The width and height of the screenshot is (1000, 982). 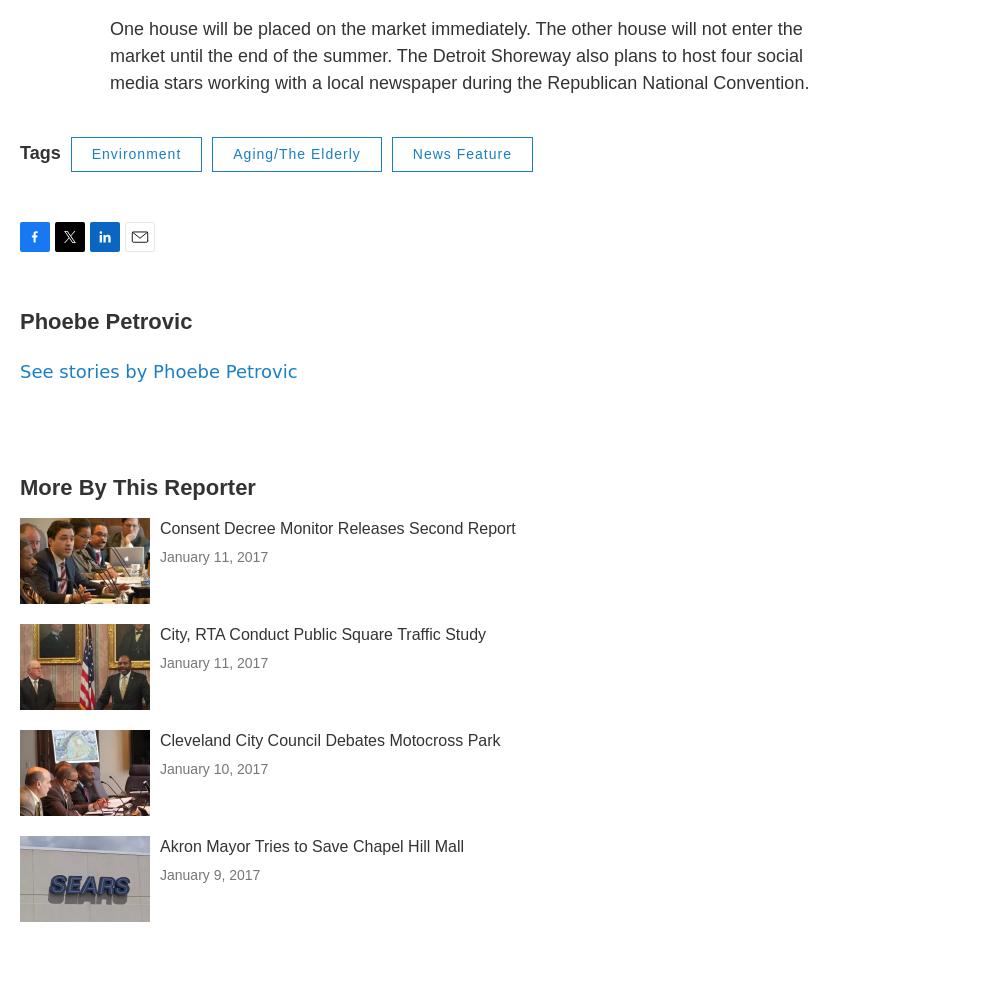 What do you see at coordinates (137, 486) in the screenshot?
I see `'More by this reporter'` at bounding box center [137, 486].